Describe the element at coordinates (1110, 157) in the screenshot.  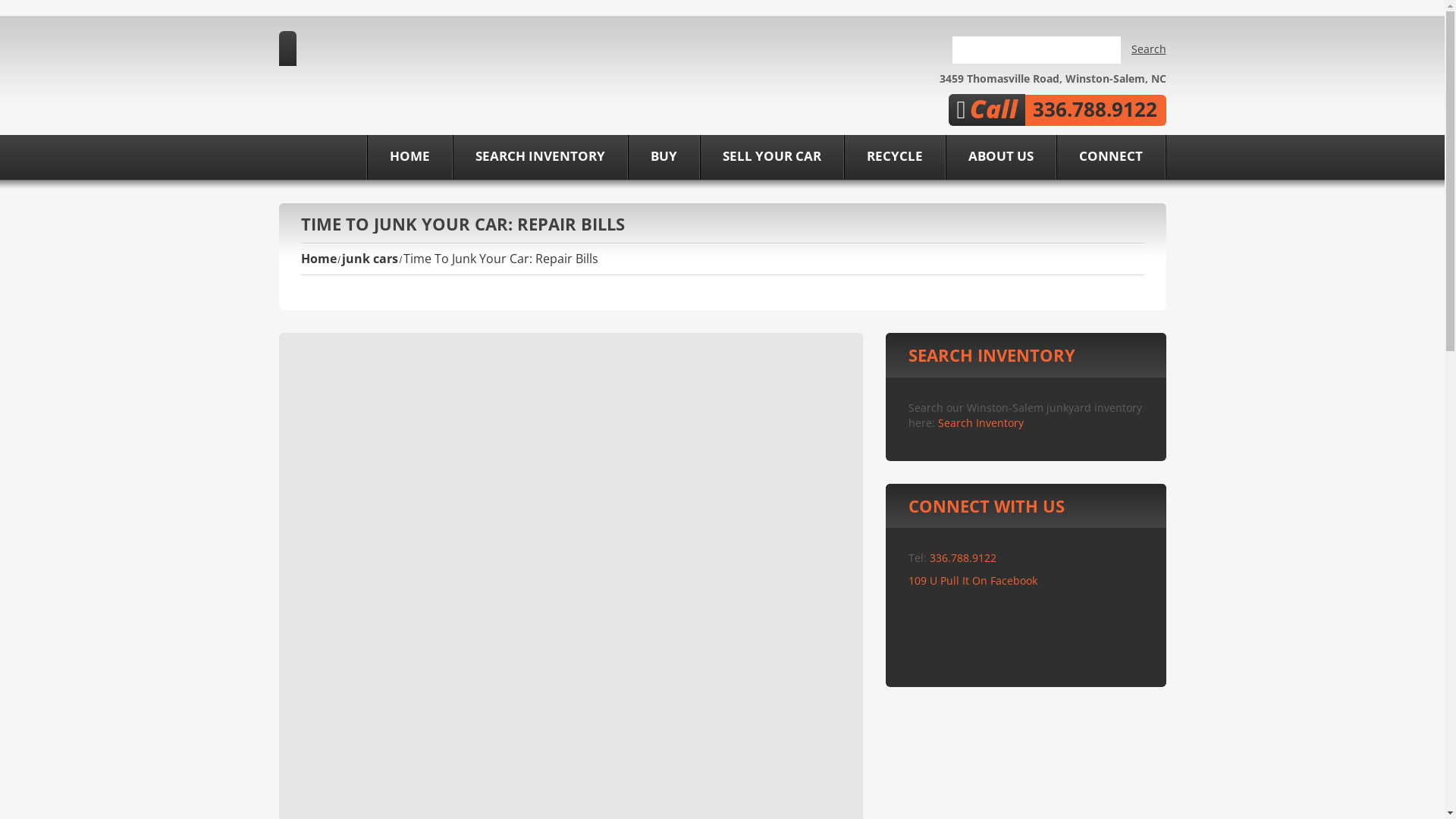
I see `'CONNECT'` at that location.